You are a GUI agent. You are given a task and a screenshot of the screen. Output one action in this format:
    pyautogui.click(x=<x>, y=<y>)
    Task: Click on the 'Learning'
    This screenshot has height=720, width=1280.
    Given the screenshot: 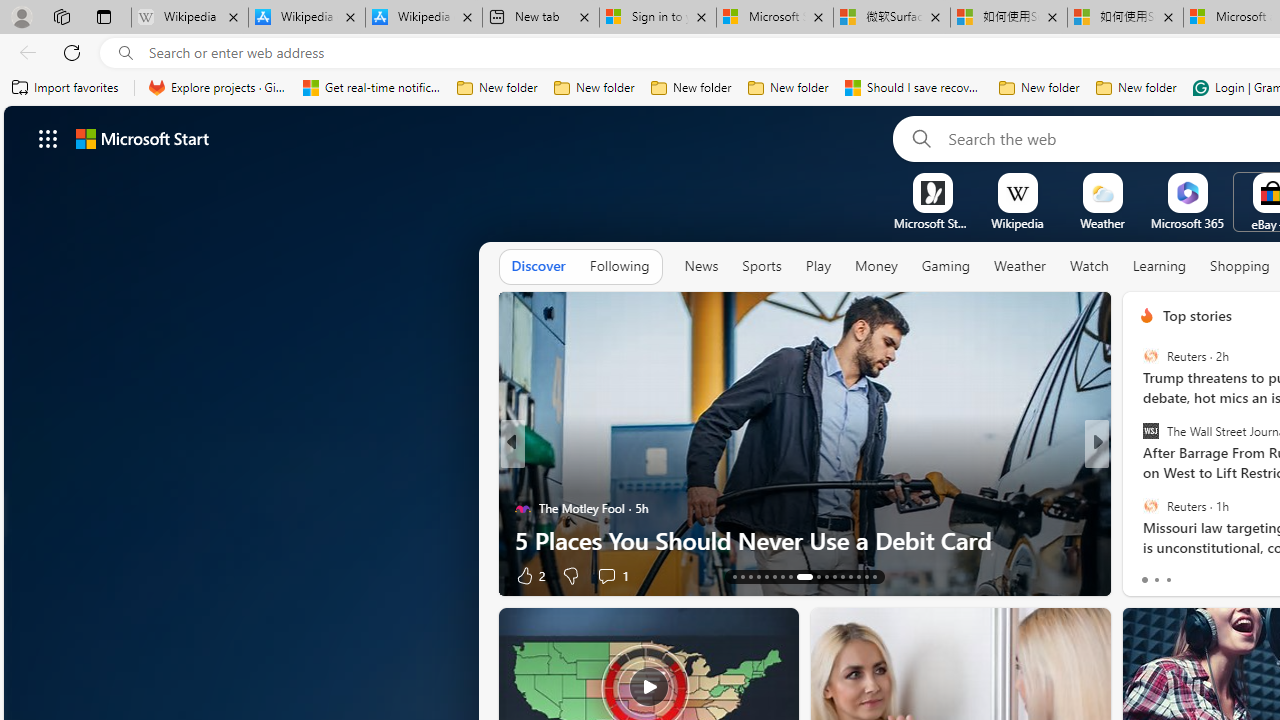 What is the action you would take?
    pyautogui.click(x=1159, y=266)
    